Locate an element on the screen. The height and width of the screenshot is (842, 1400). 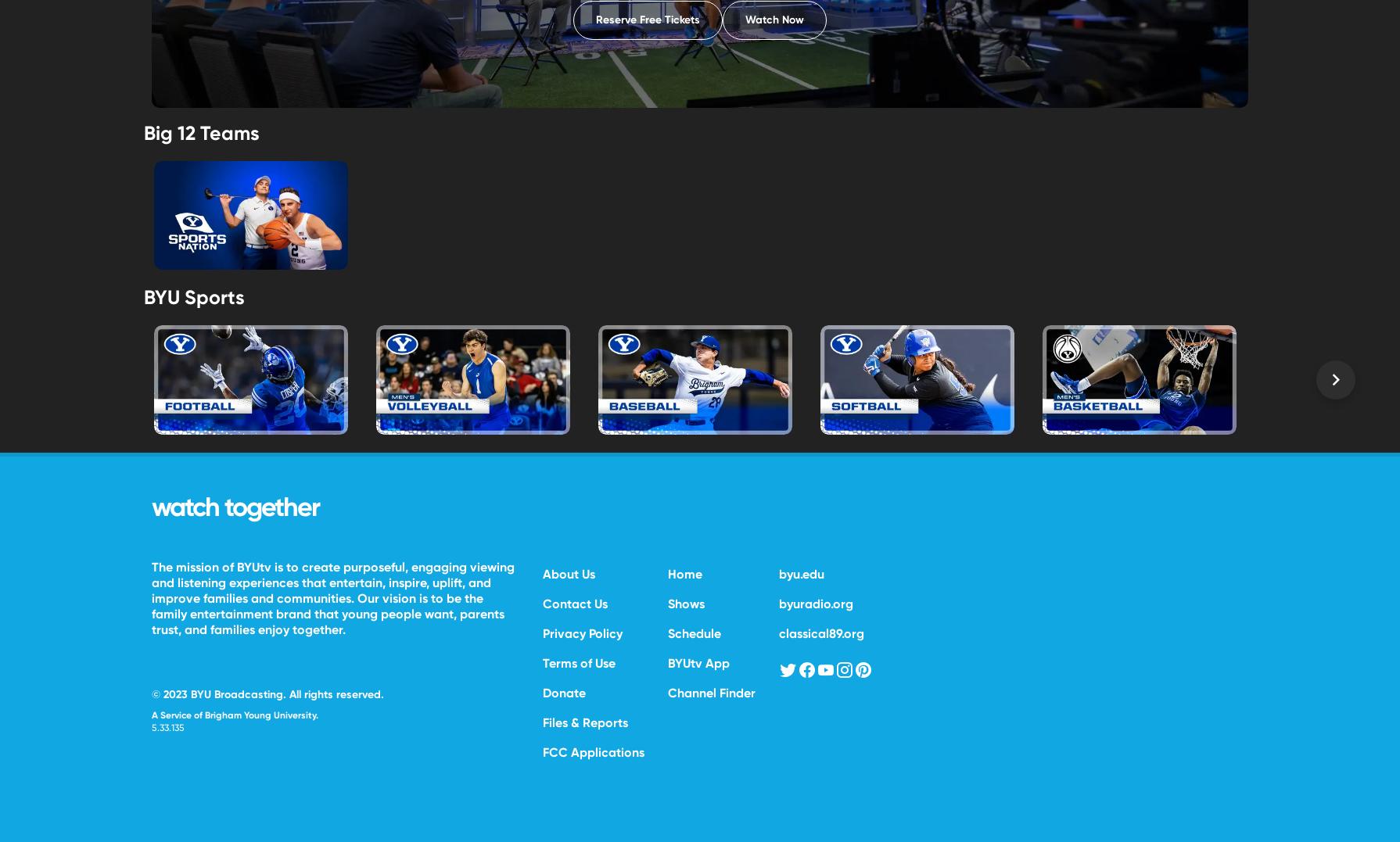
'BYUtv App' is located at coordinates (698, 661).